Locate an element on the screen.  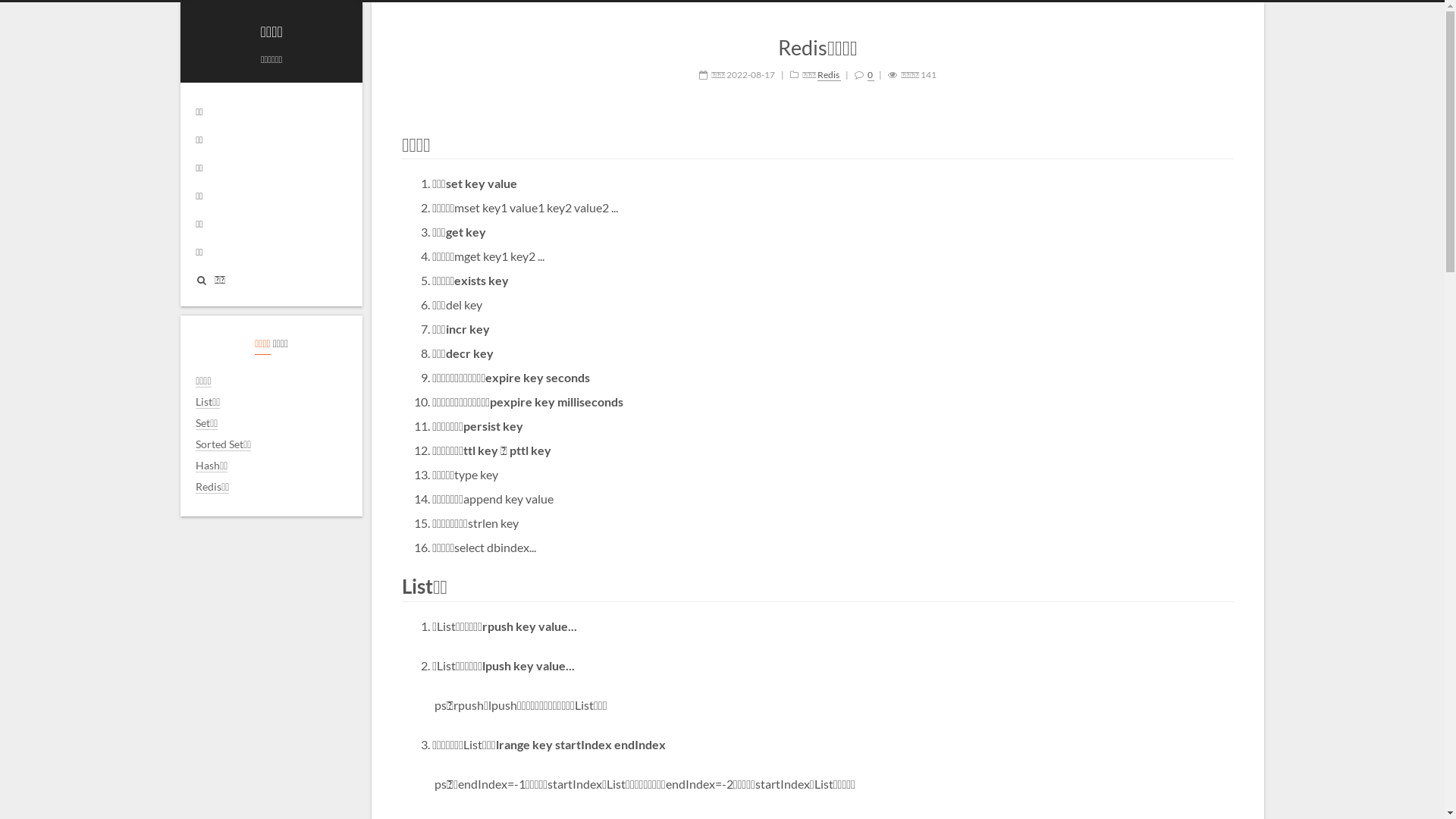
'0' is located at coordinates (871, 75).